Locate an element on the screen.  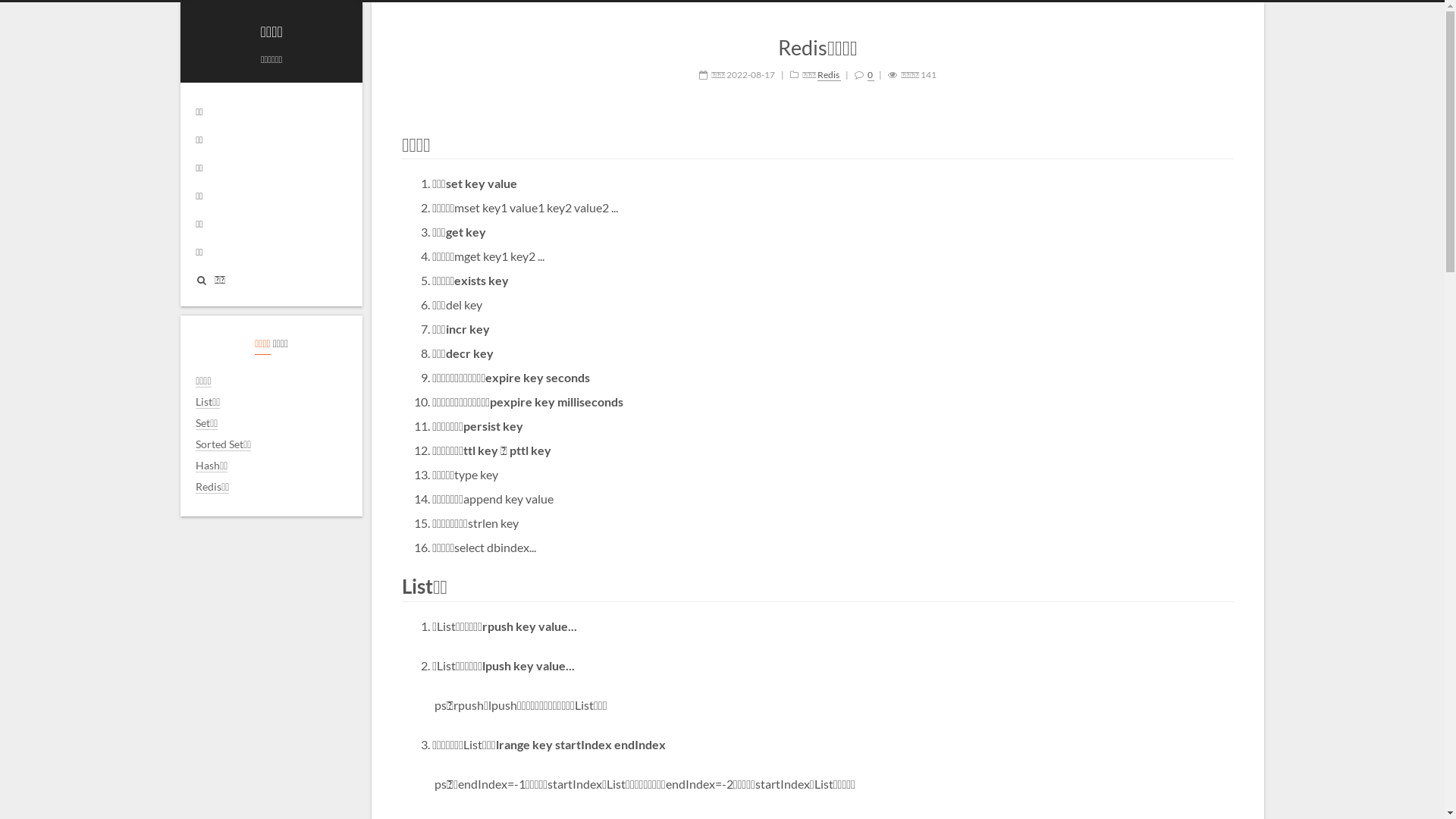
'0' is located at coordinates (871, 75).